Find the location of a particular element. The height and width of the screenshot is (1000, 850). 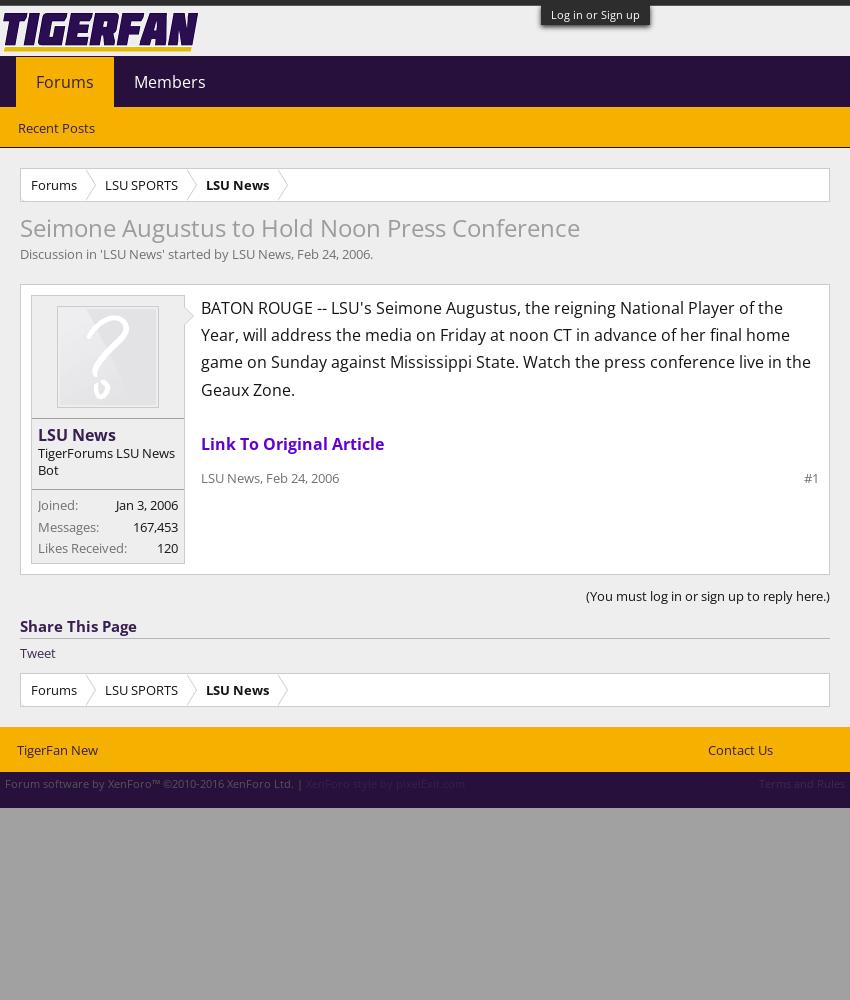

'XenForo style by pixelExit.com' is located at coordinates (385, 783).